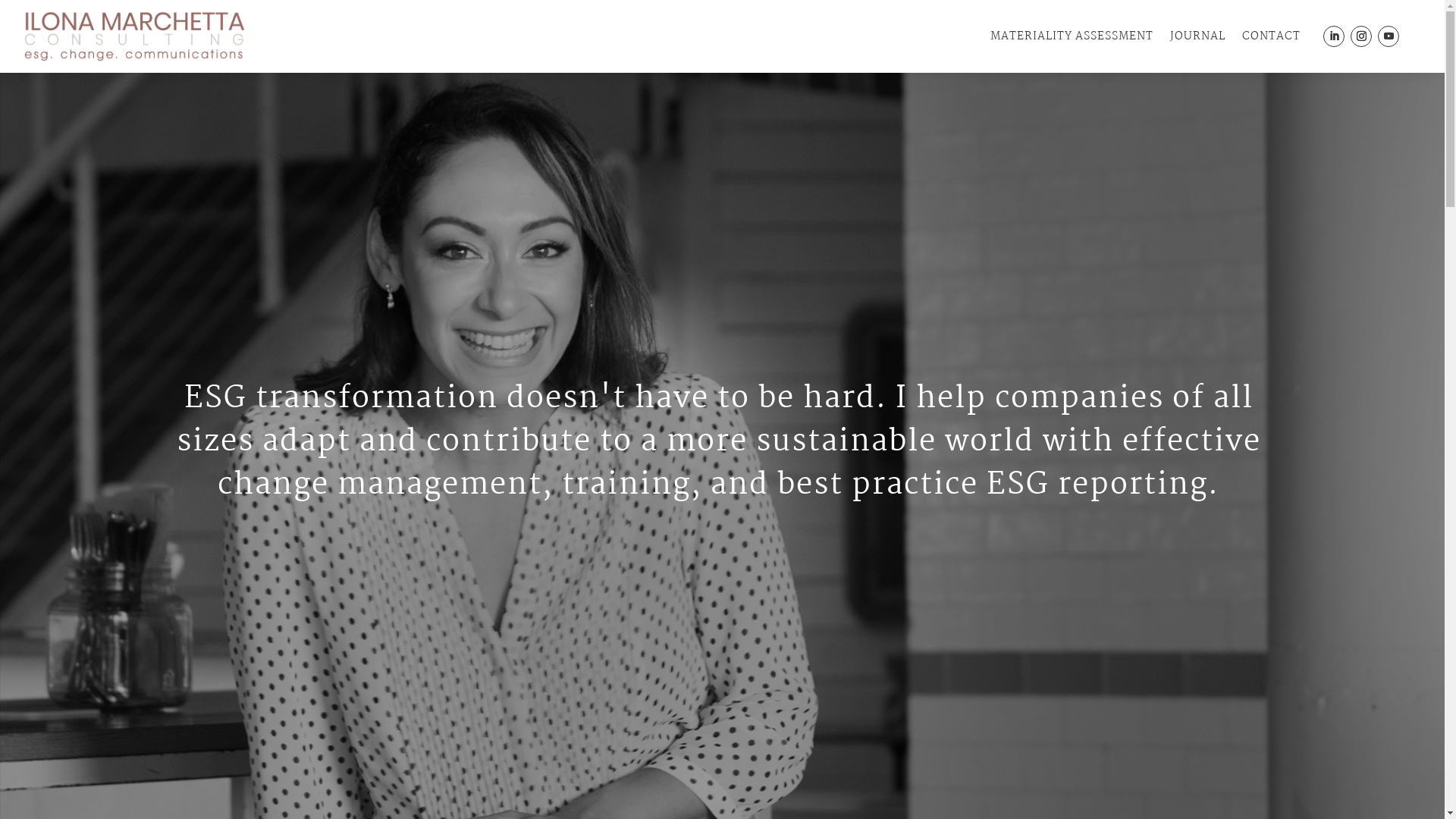 The height and width of the screenshot is (819, 1456). Describe the element at coordinates (1323, 35) in the screenshot. I see `'Follow on LinkedIn'` at that location.